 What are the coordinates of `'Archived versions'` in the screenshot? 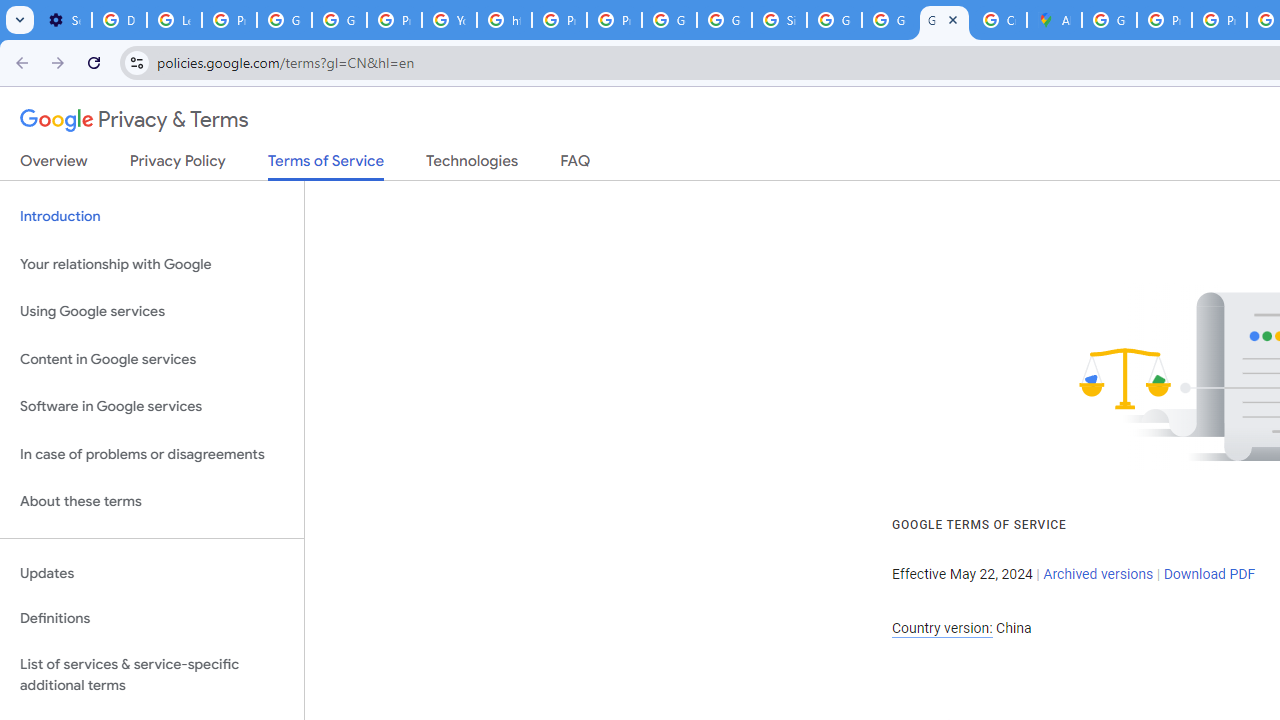 It's located at (1097, 574).